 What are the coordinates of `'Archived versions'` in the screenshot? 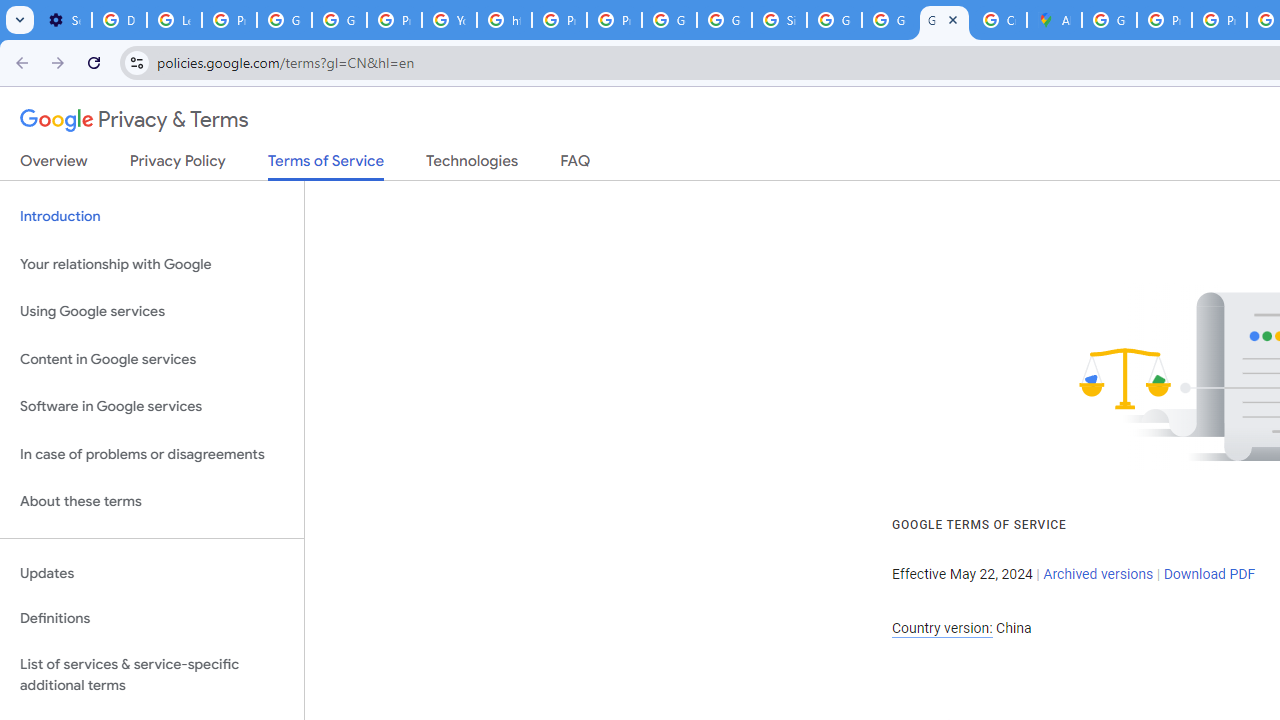 It's located at (1097, 574).